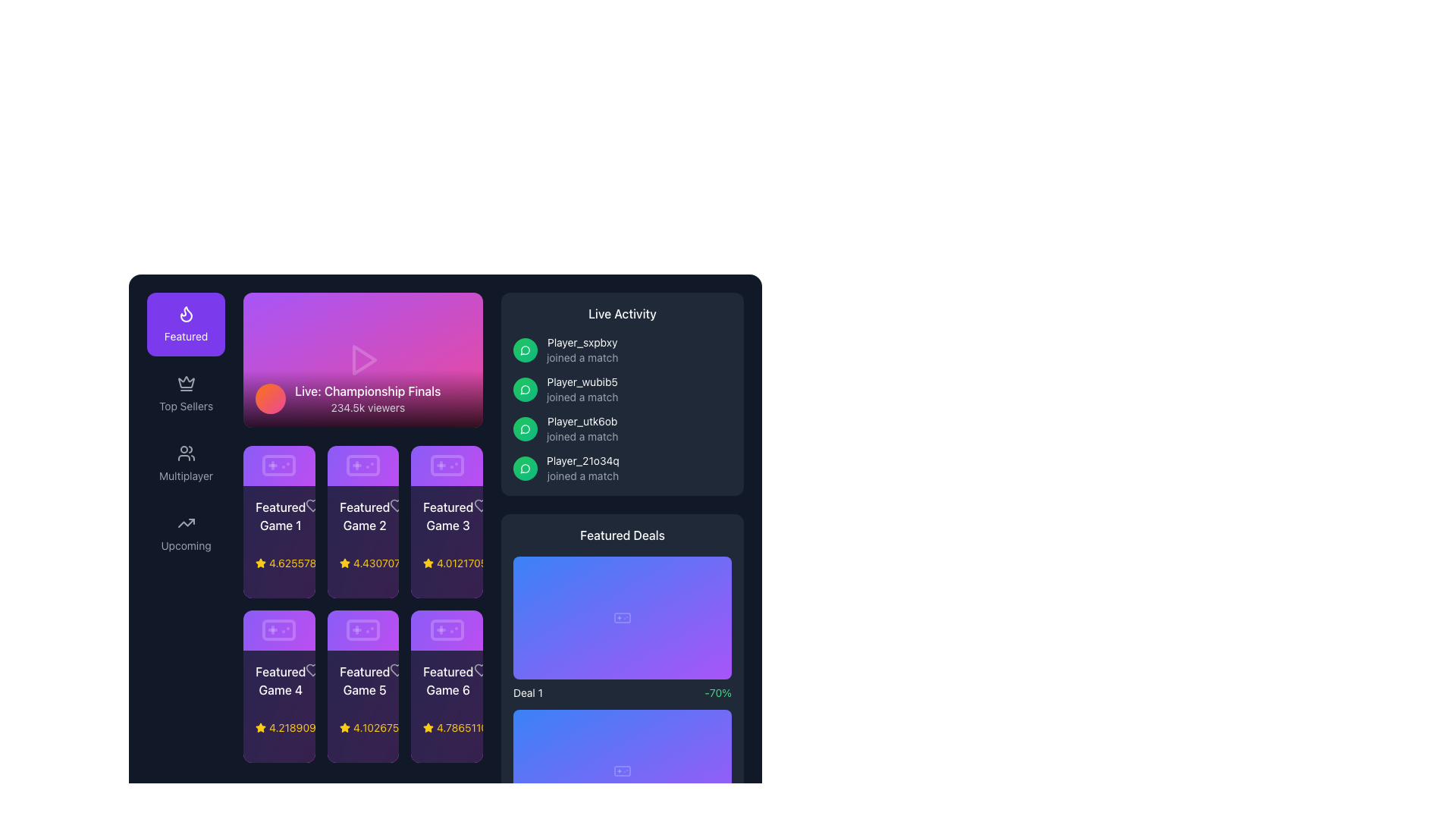  Describe the element at coordinates (622, 350) in the screenshot. I see `the player name 'Player_sxpbxy' in the notification-like message stating 'Player_sxpbxy joined a match'` at that location.